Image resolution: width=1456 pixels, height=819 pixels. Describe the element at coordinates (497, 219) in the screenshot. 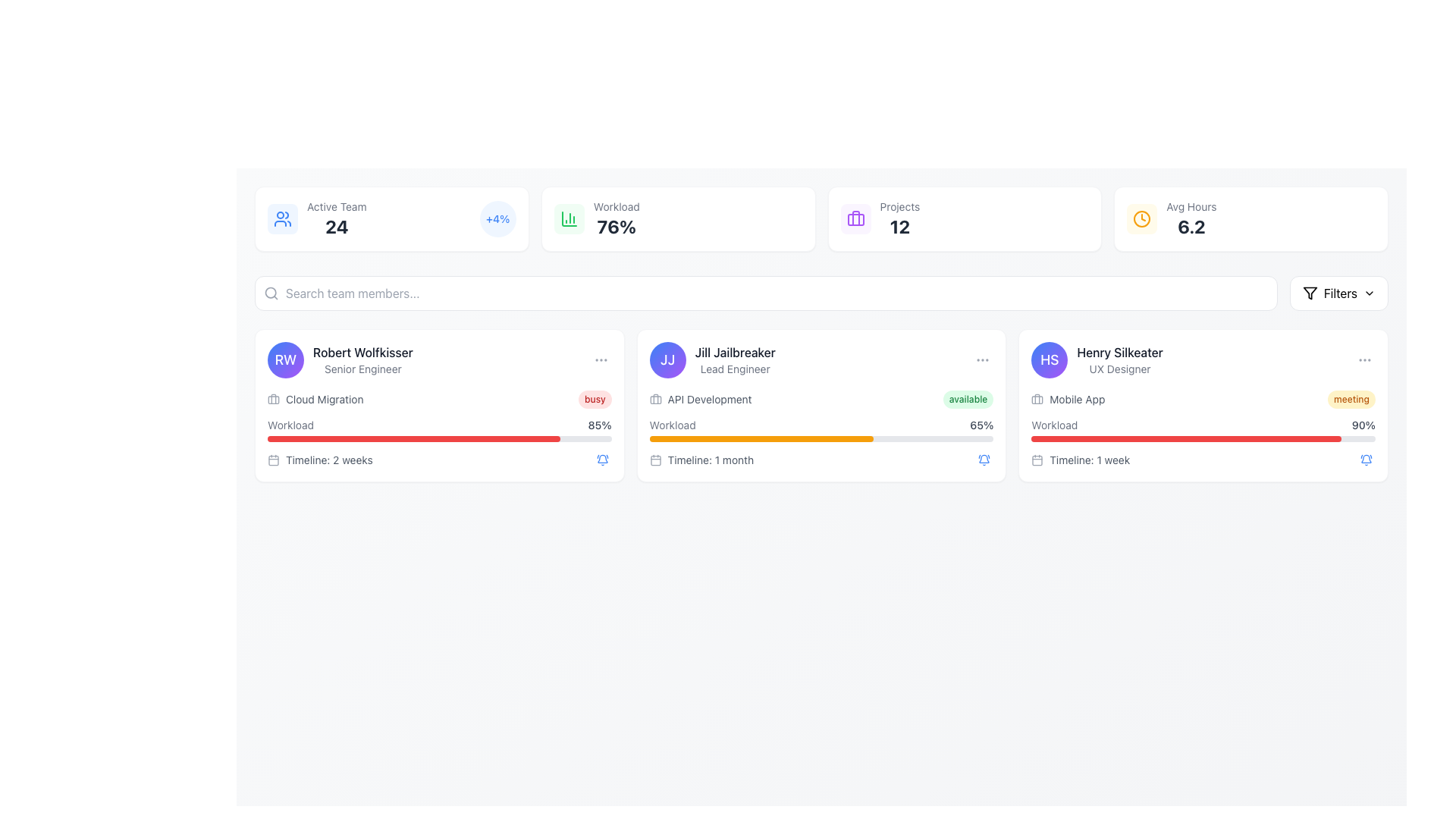

I see `the Statistical Badge displaying the percentage increase metric related to 'Active Team' for understanding growth` at that location.